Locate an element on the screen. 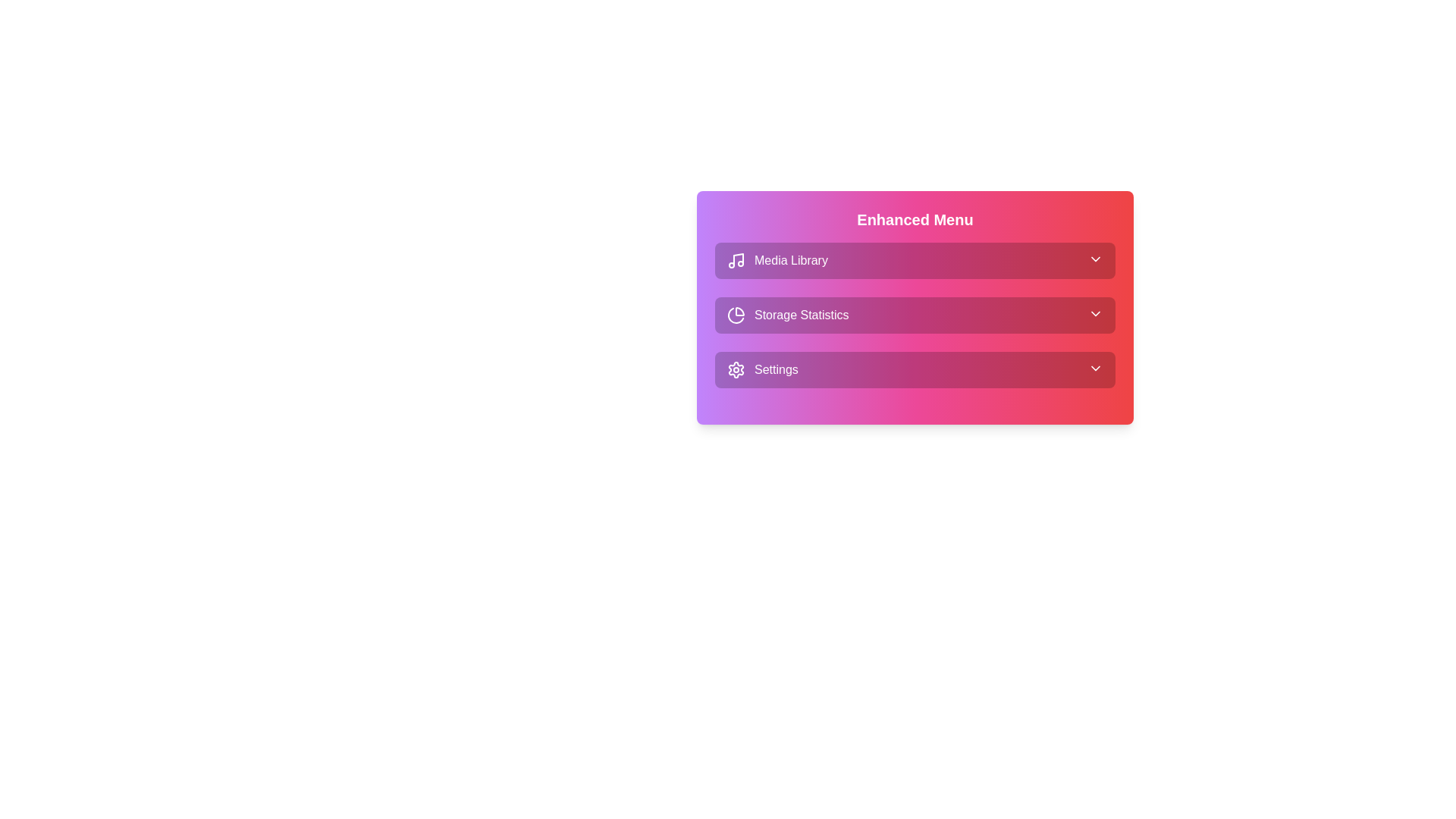 The height and width of the screenshot is (819, 1456). the vertical stroke of the musical note icon in the 'Media Library' row of the Enhanced Menu is located at coordinates (739, 259).